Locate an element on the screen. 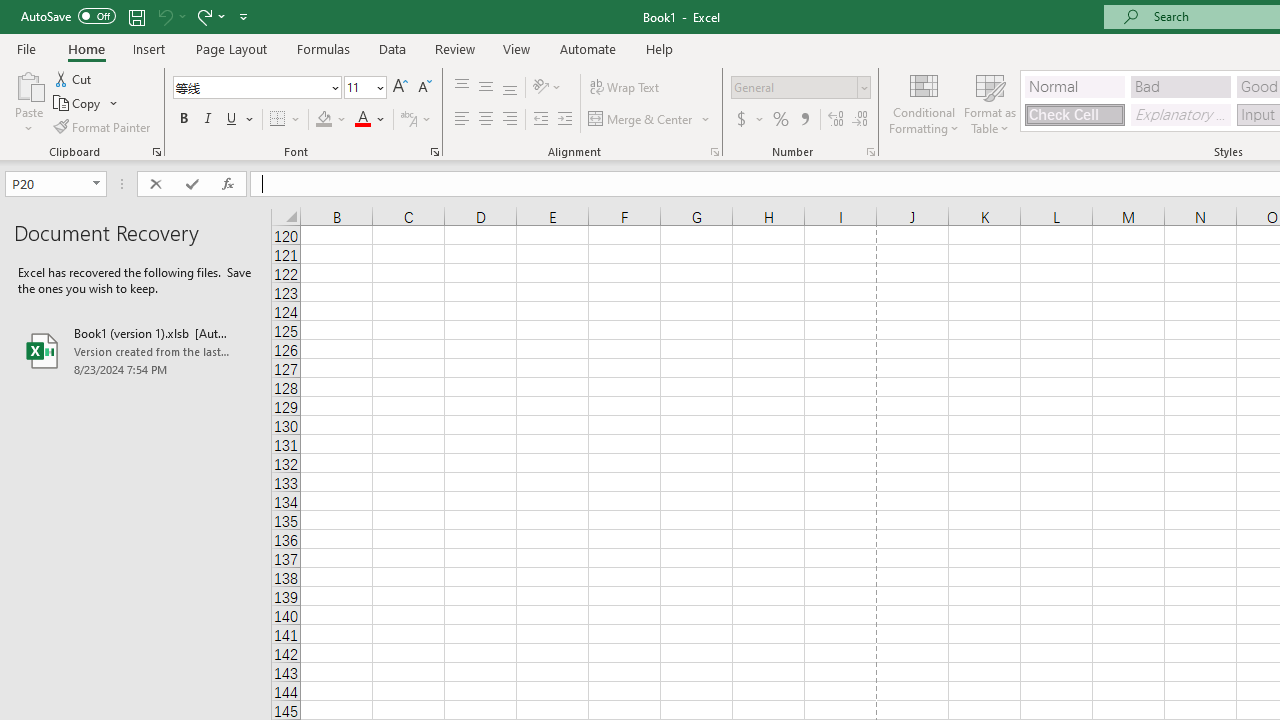  'Conditional Formatting' is located at coordinates (923, 103).